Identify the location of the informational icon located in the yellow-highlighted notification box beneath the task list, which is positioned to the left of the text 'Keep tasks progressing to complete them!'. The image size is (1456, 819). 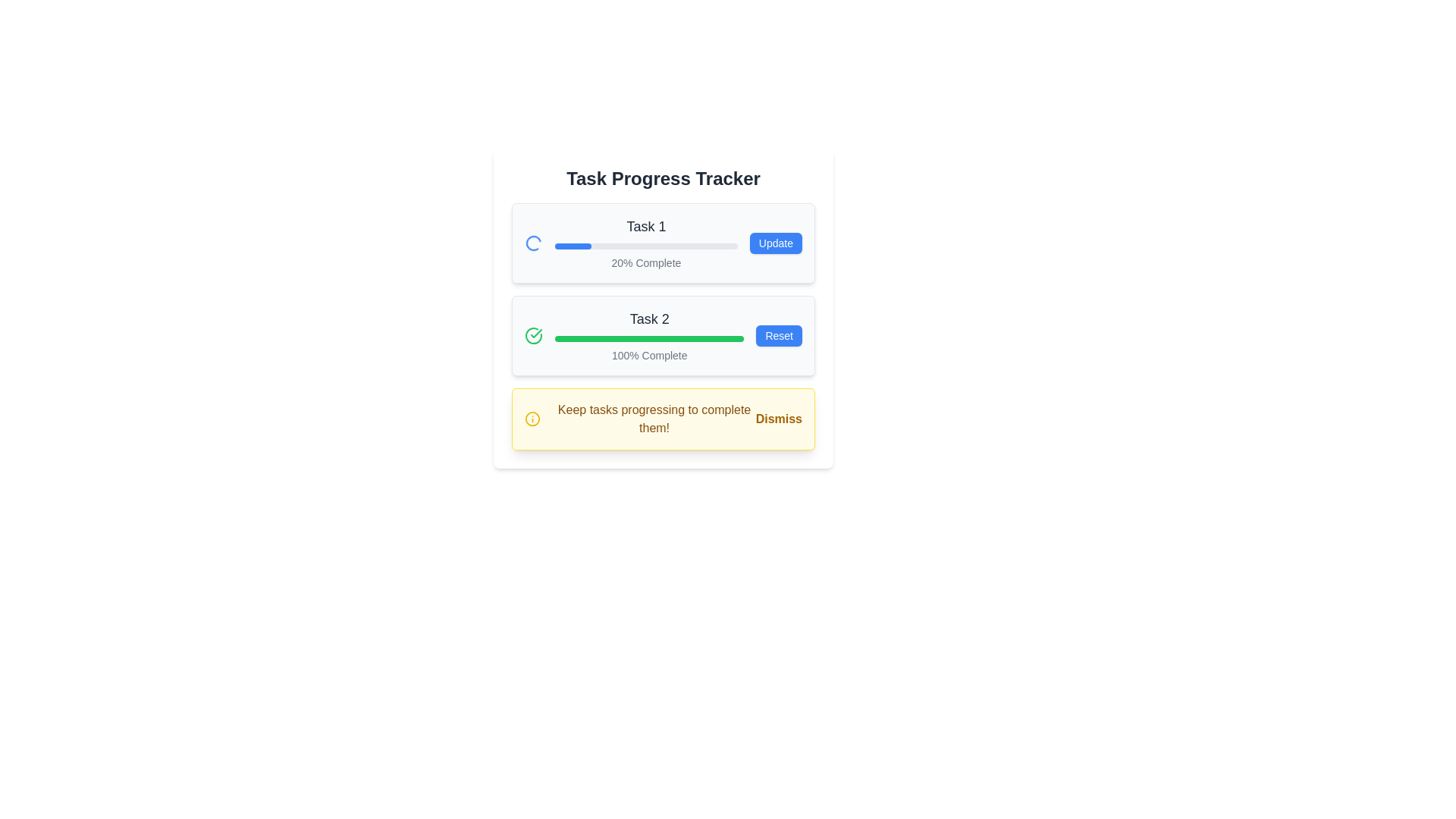
(532, 419).